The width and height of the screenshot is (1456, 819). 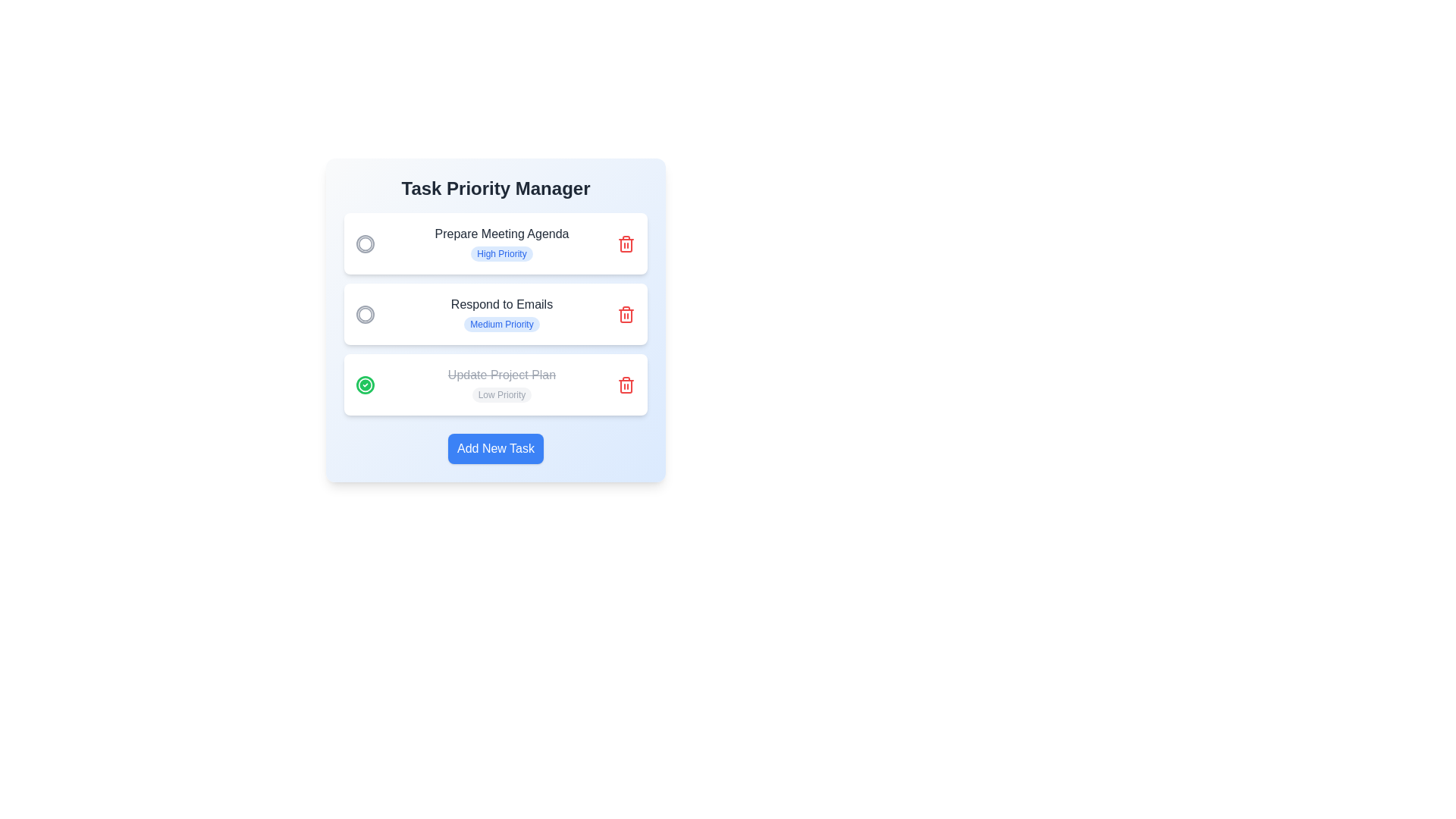 What do you see at coordinates (365, 383) in the screenshot?
I see `the decorative circle element of the 'Update Project Plan' task icon, which is part of the approval checkmark design` at bounding box center [365, 383].